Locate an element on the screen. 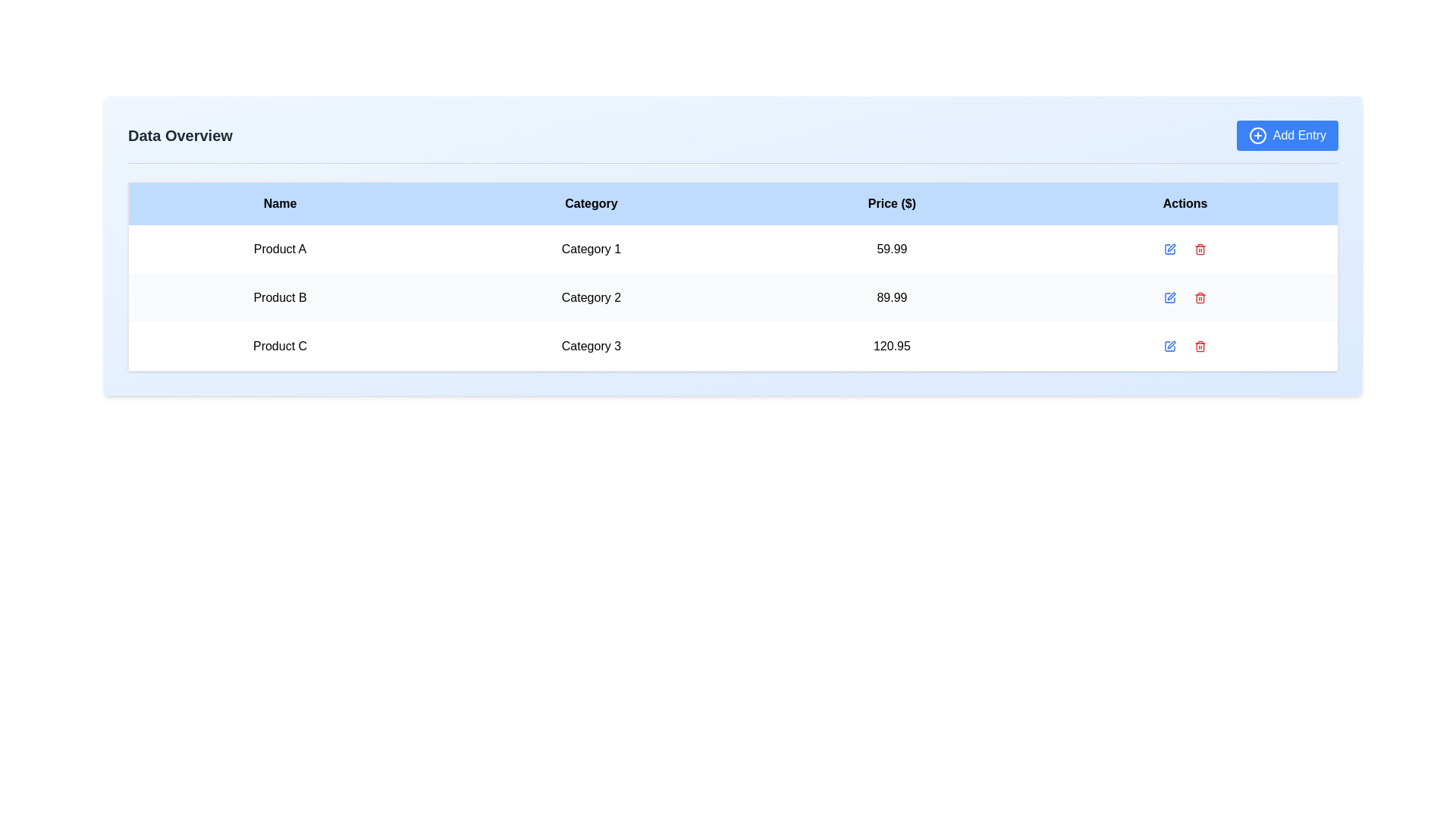 The image size is (1456, 819). the first data row of the table that includes product name, category, and price details is located at coordinates (733, 248).